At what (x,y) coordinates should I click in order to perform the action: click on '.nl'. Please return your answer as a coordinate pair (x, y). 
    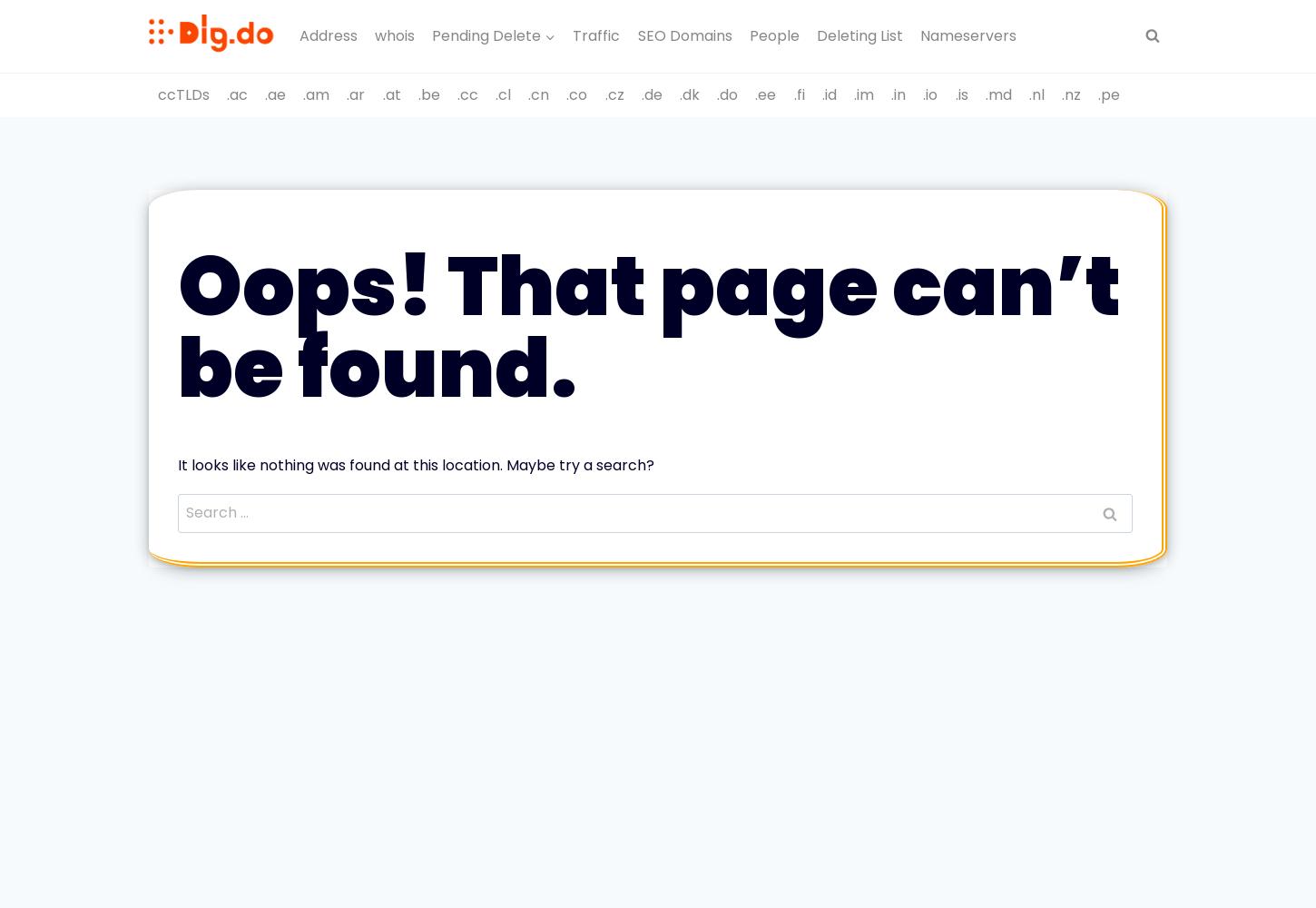
    Looking at the image, I should click on (1035, 93).